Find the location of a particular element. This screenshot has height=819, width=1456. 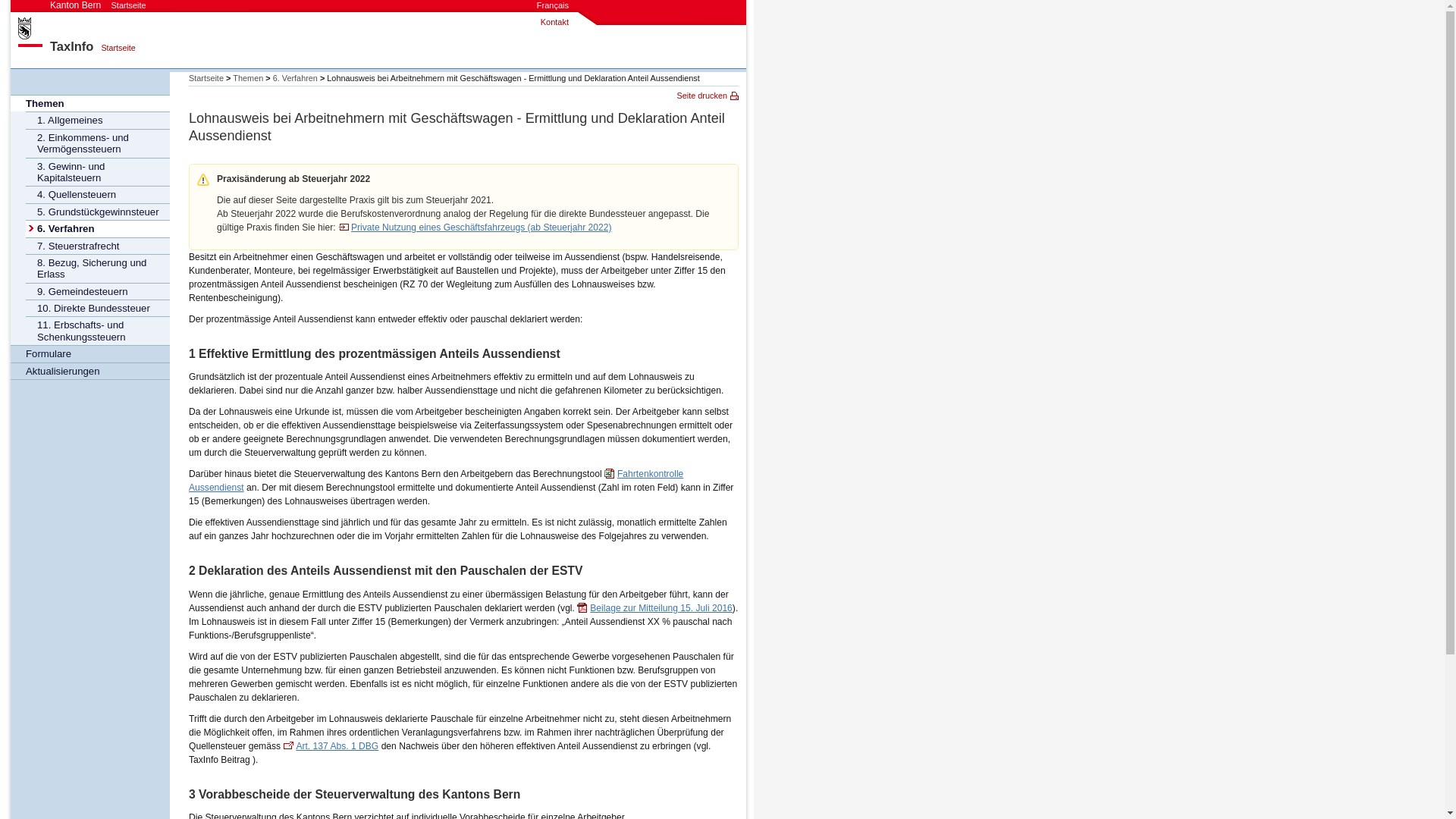

'Kontakt' is located at coordinates (541, 22).